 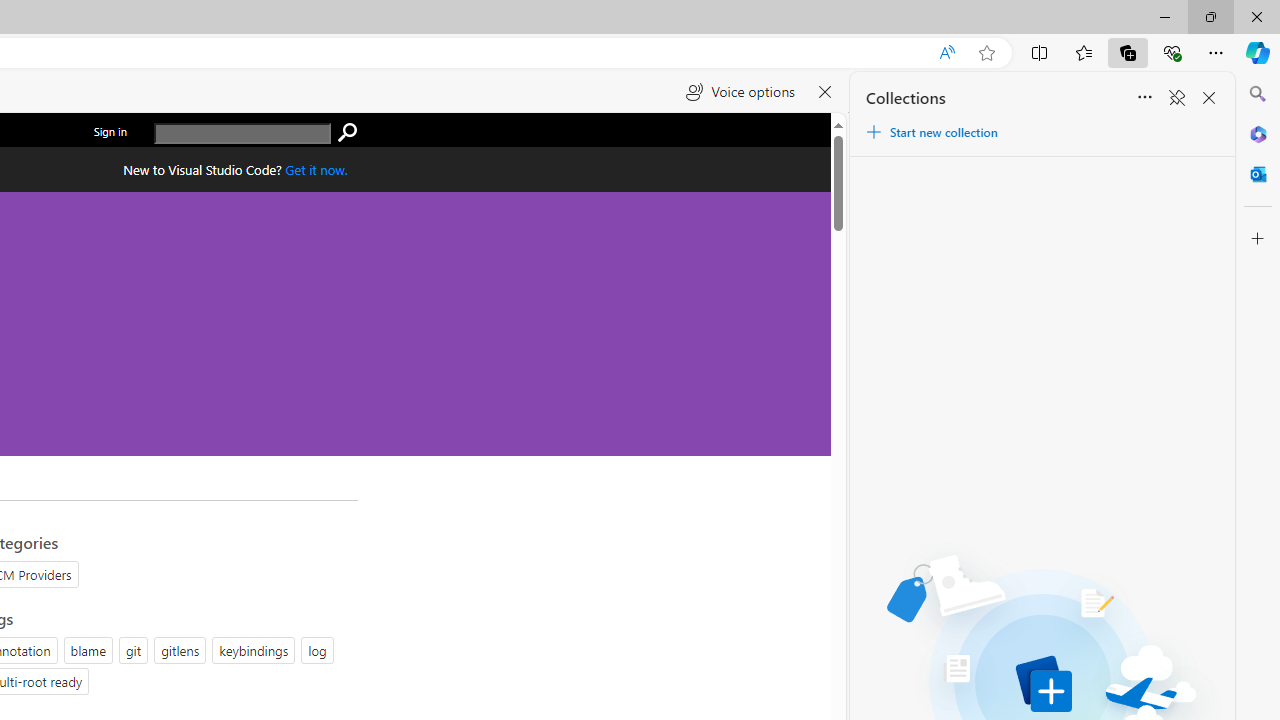 What do you see at coordinates (1144, 98) in the screenshot?
I see `'Sort'` at bounding box center [1144, 98].